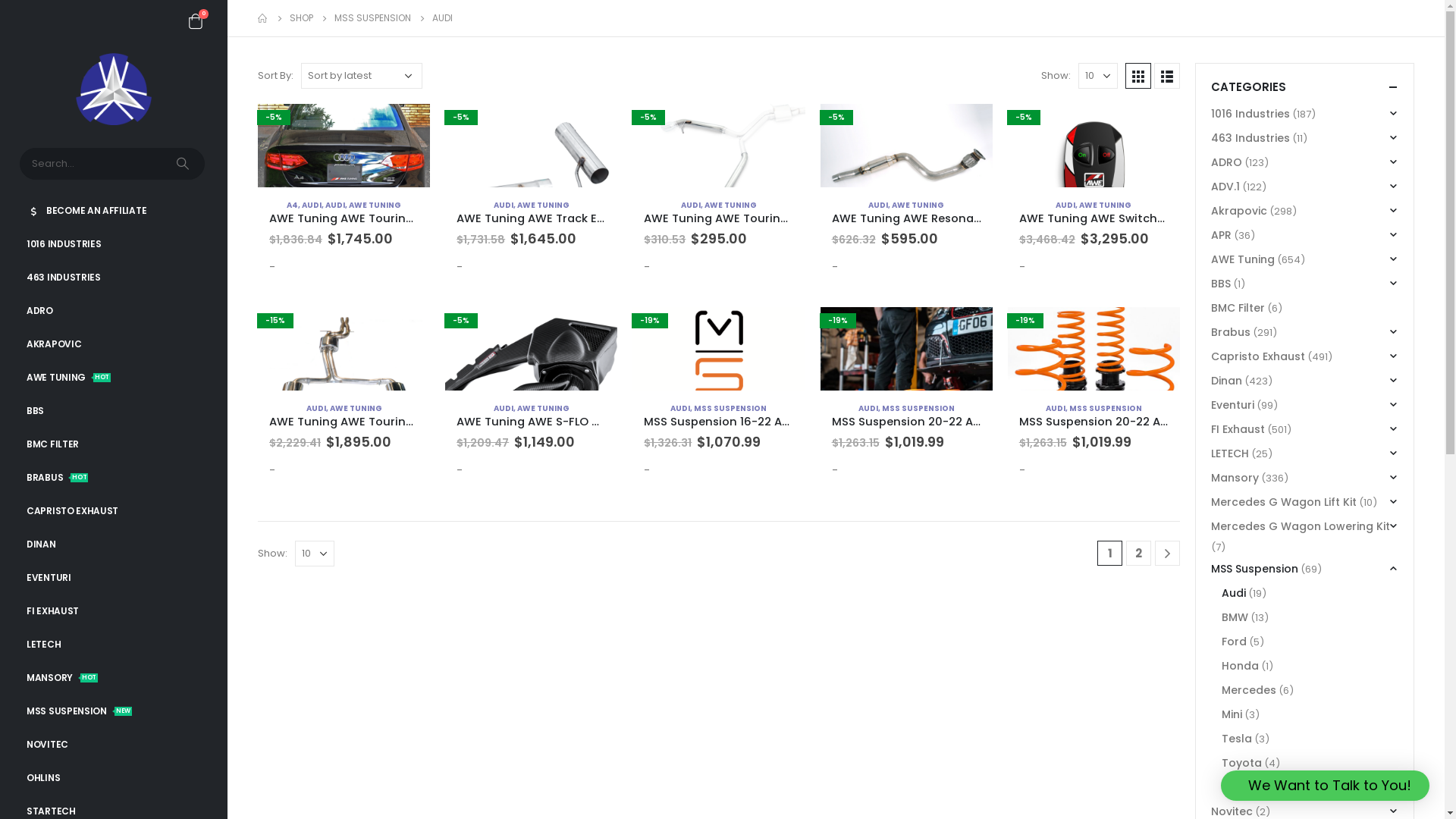  What do you see at coordinates (112, 744) in the screenshot?
I see `'NOVITEC'` at bounding box center [112, 744].